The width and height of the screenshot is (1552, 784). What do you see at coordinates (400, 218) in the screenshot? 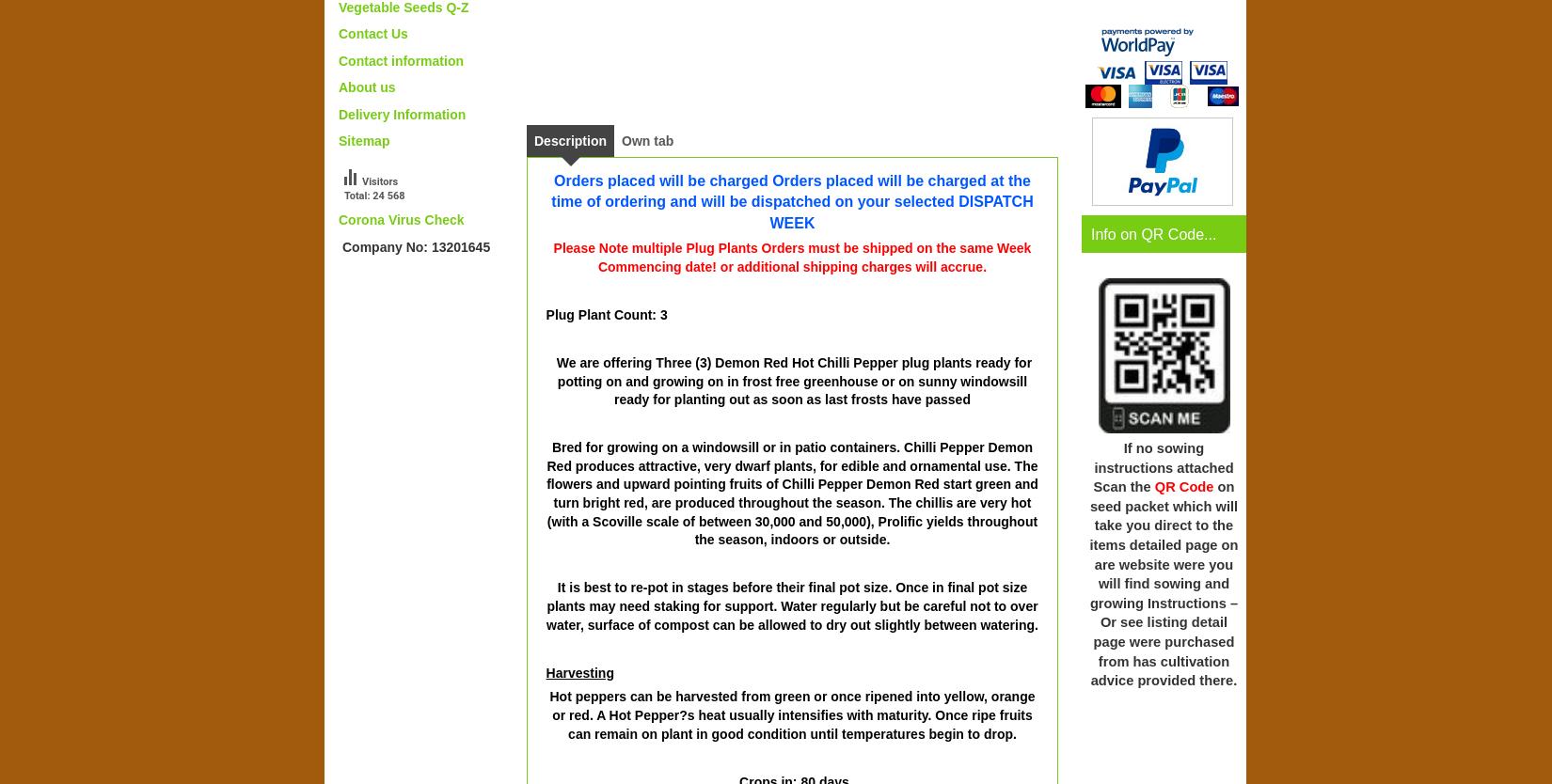
I see `'Corona Virus Check'` at bounding box center [400, 218].